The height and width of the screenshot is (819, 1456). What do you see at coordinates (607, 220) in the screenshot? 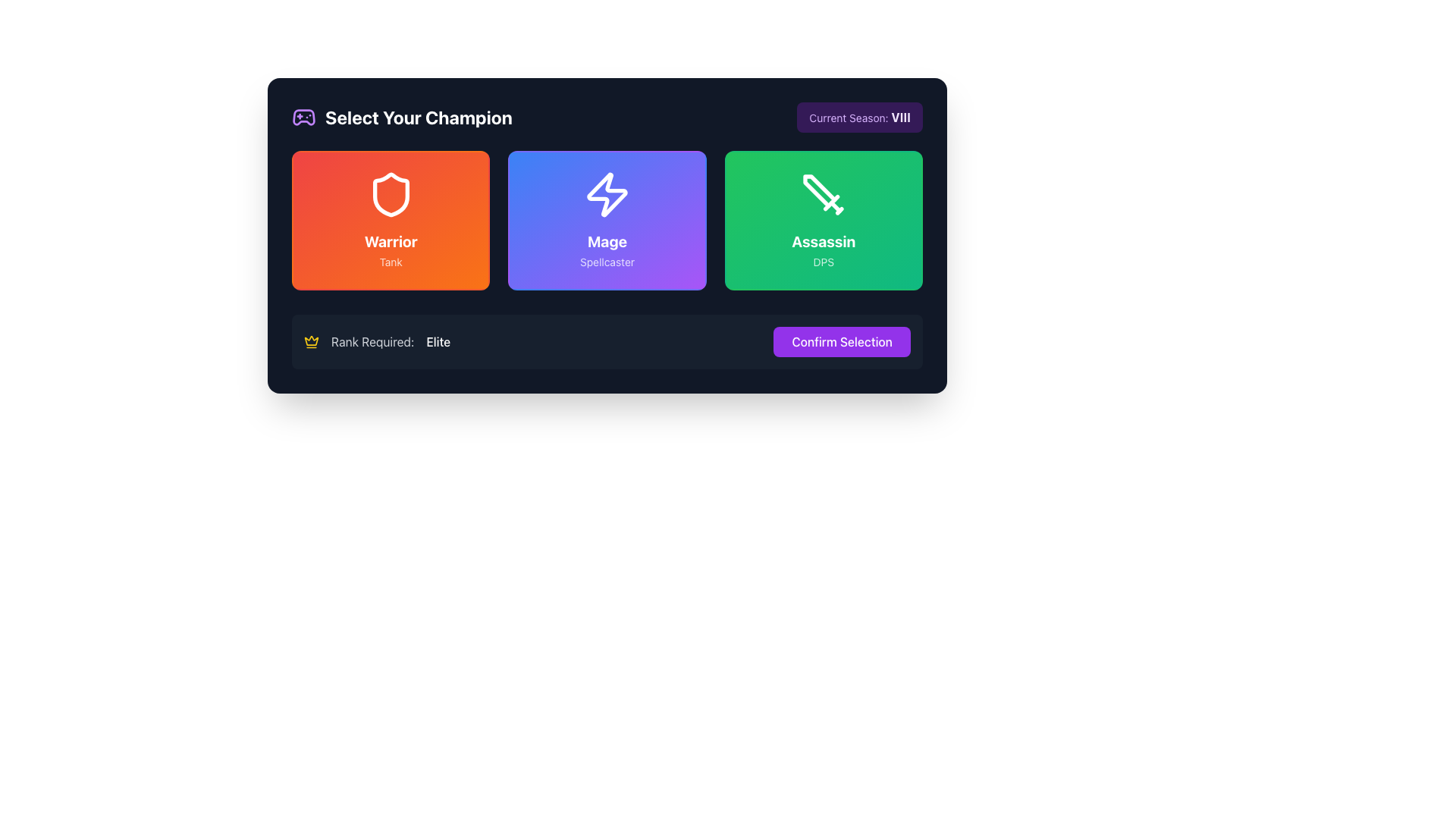
I see `the selectable card featuring a lightning bolt icon and the text 'Mage' and 'Spellcaster', which is the second option in a three-item layout` at bounding box center [607, 220].